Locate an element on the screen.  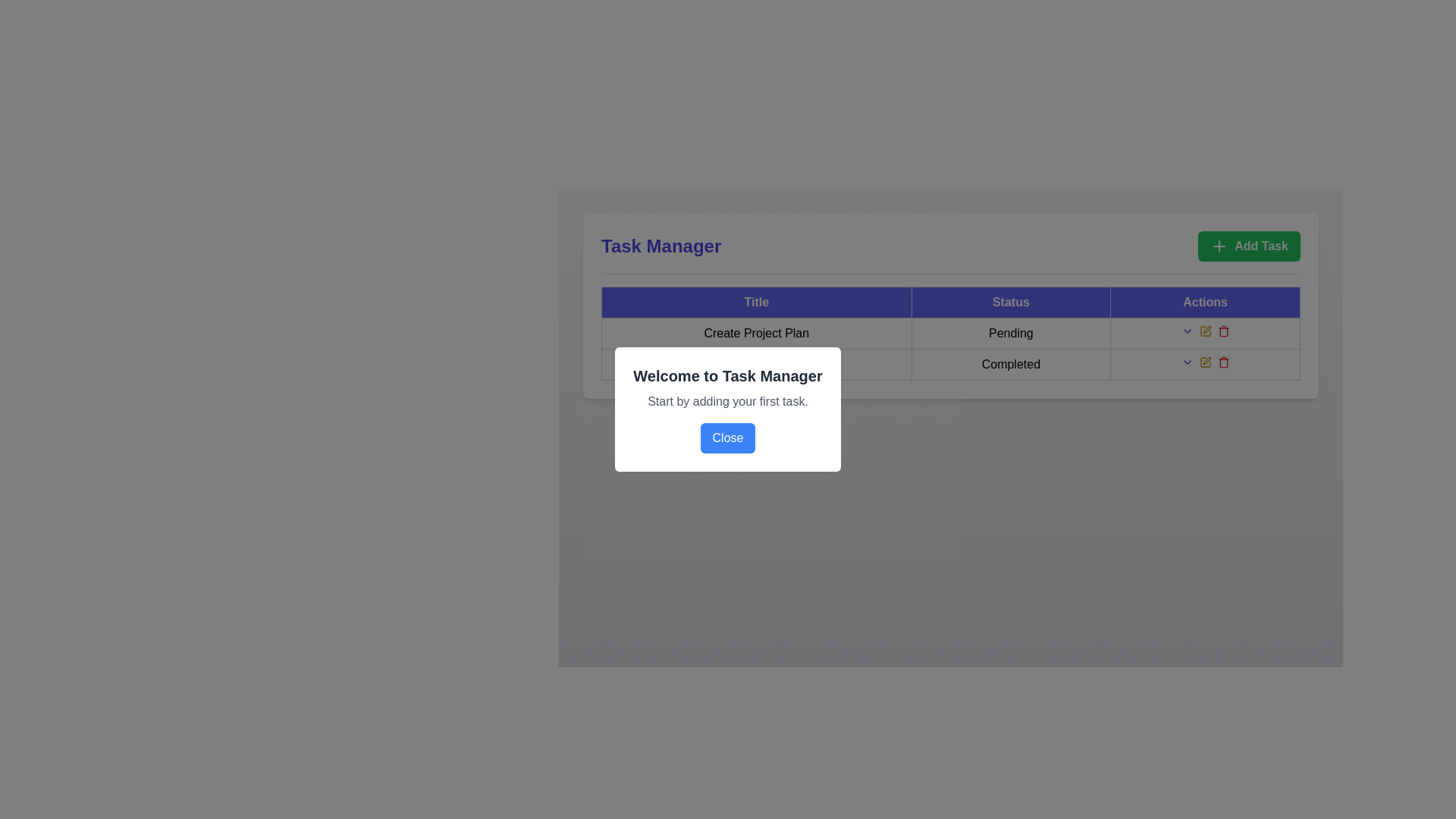
the green rectangular button with rounded corners that contains a white plus icon and the text 'Add Task' is located at coordinates (1249, 245).